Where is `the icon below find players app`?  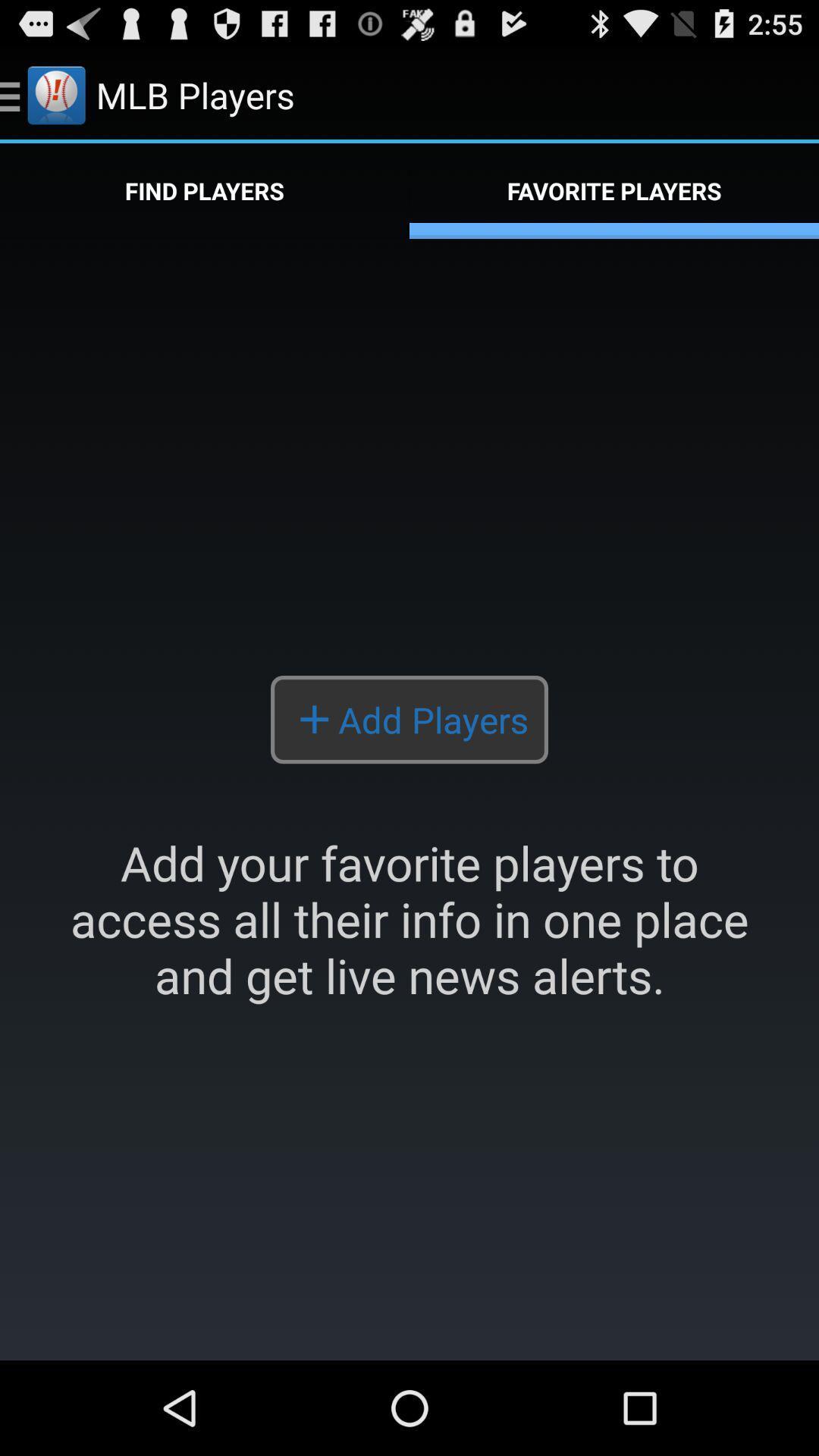 the icon below find players app is located at coordinates (409, 799).